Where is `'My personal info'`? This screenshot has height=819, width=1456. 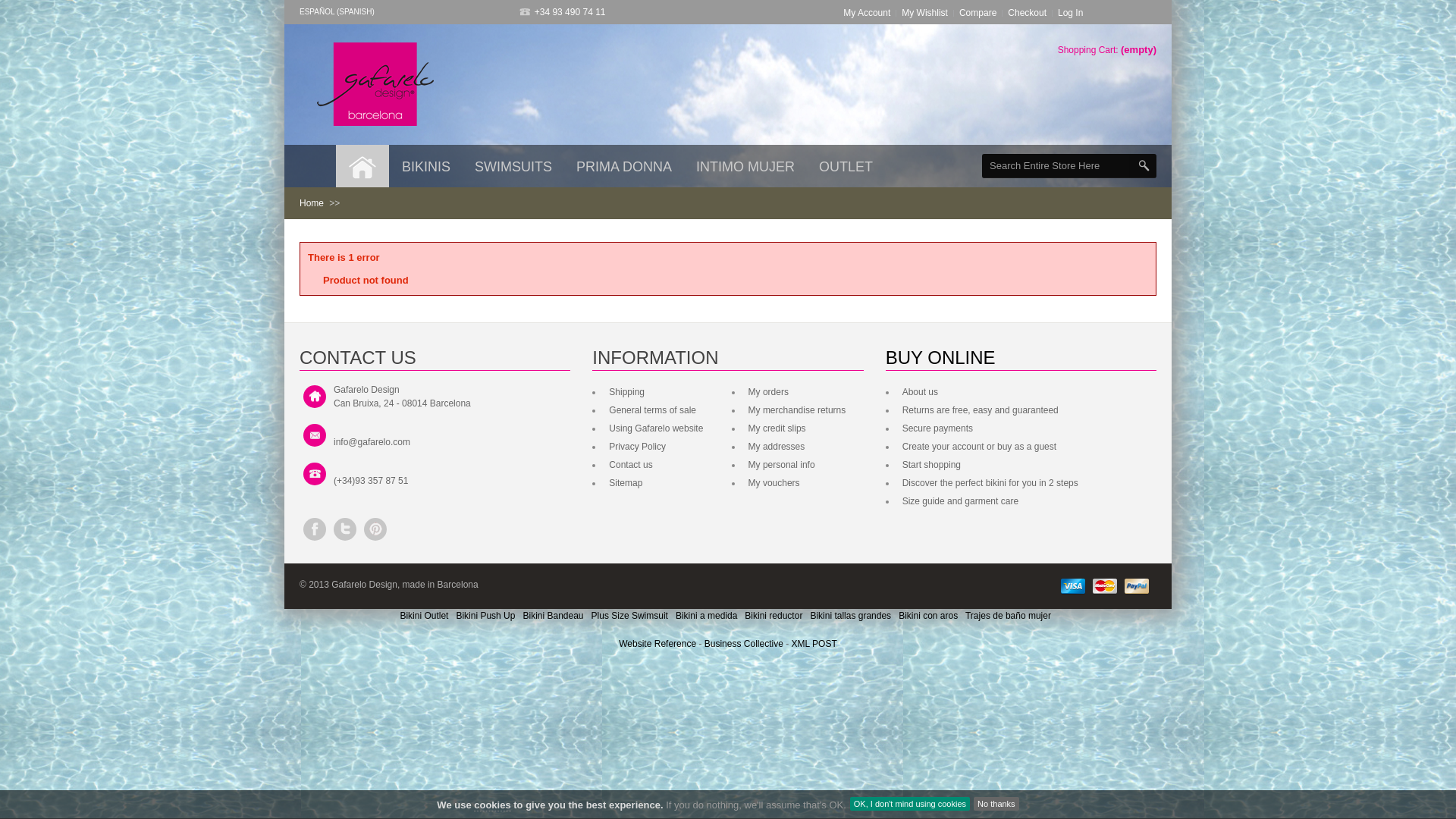 'My personal info' is located at coordinates (780, 464).